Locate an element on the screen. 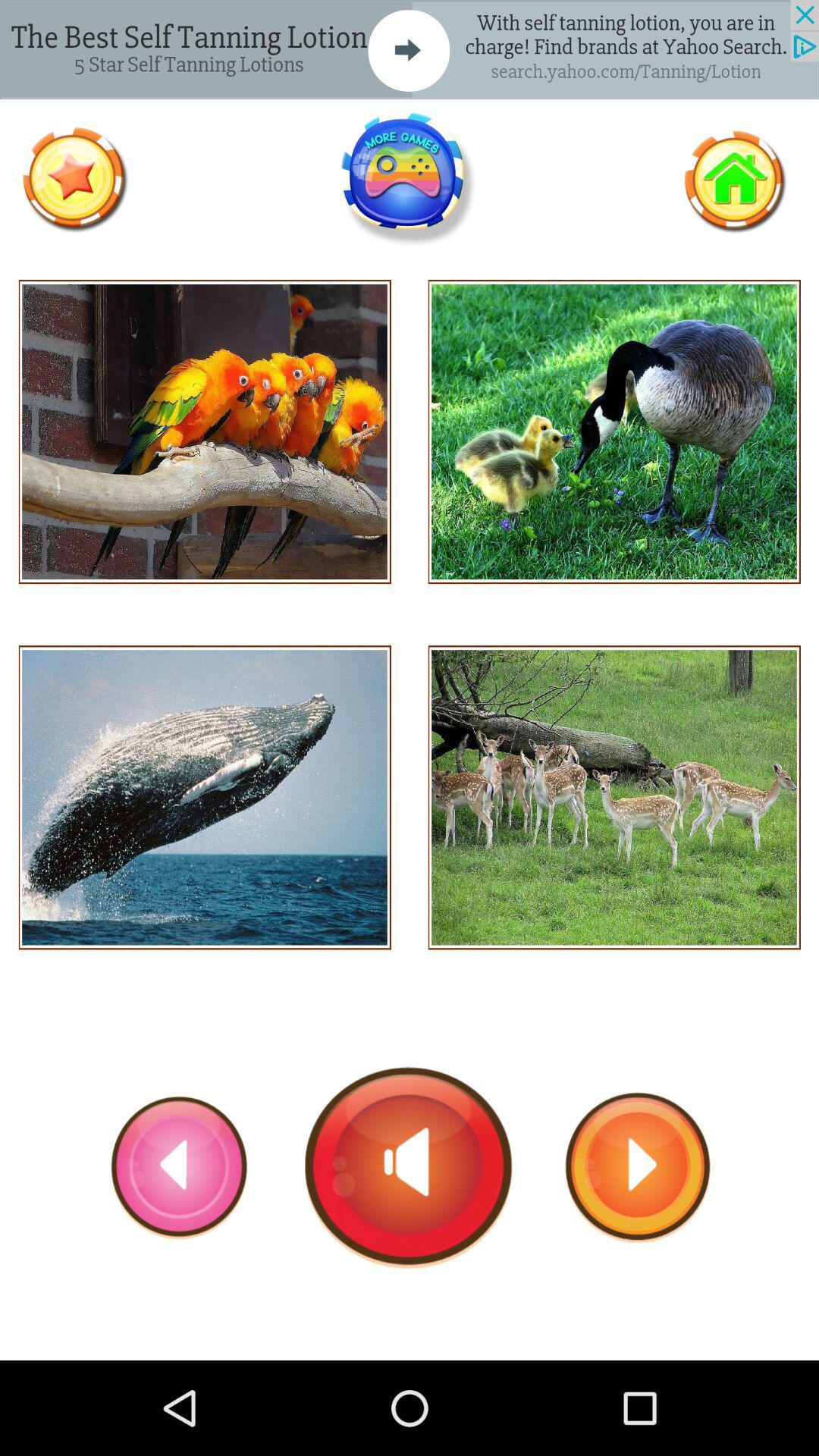 The height and width of the screenshot is (1456, 819). enlarge selected picture is located at coordinates (205, 796).